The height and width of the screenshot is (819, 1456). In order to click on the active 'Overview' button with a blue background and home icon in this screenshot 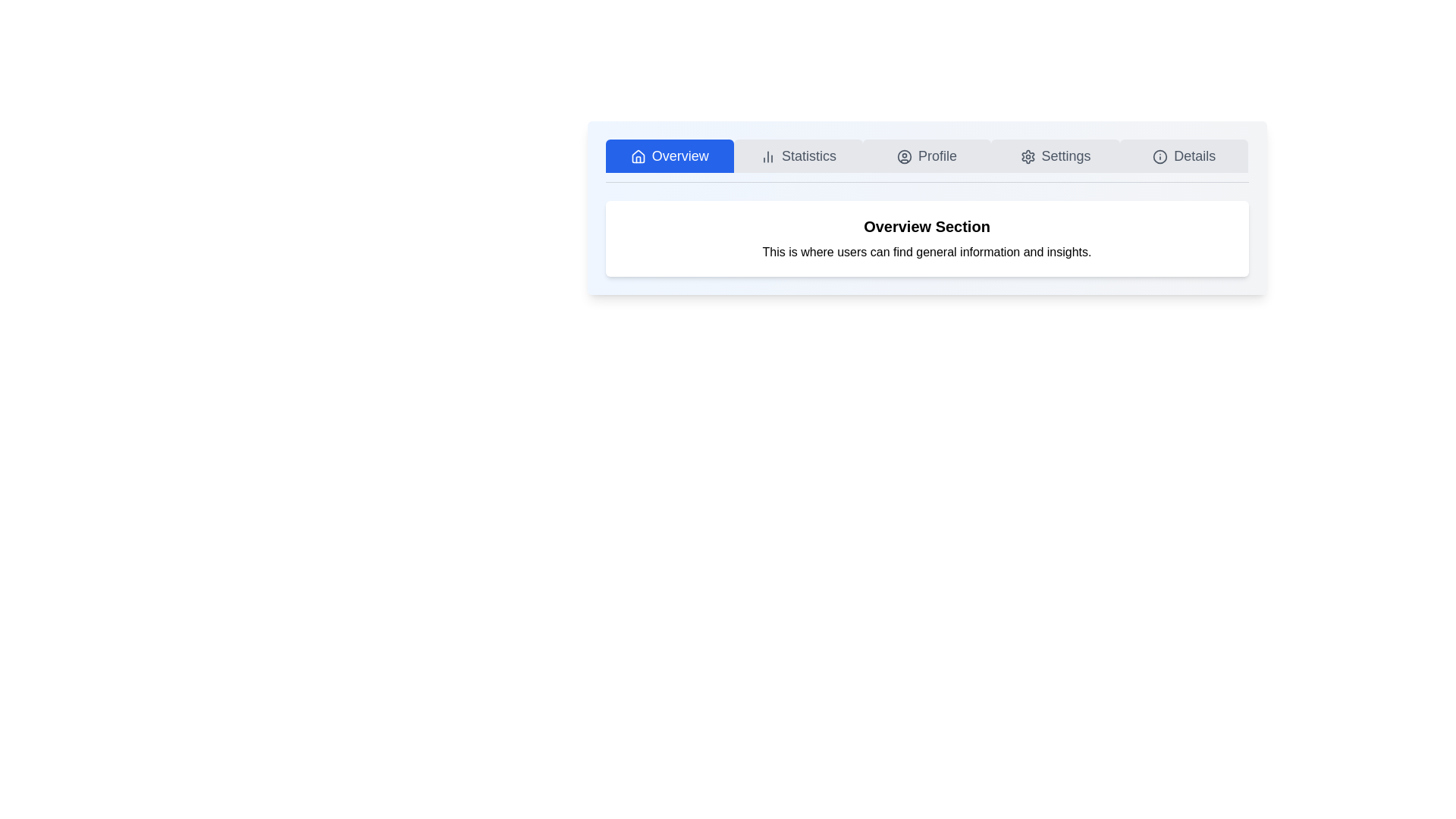, I will do `click(669, 155)`.